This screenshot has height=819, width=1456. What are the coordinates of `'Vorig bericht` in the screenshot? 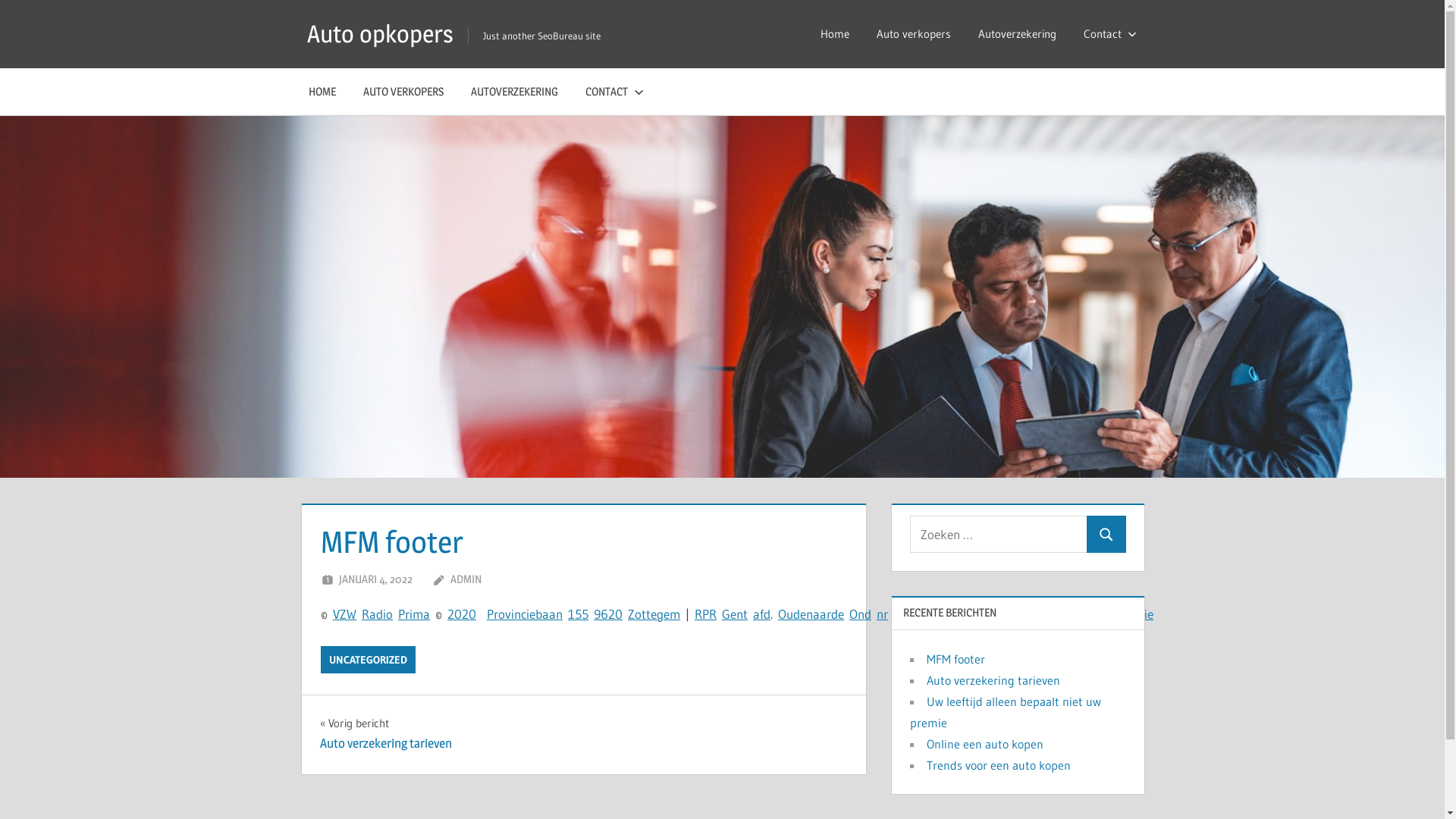 It's located at (385, 733).